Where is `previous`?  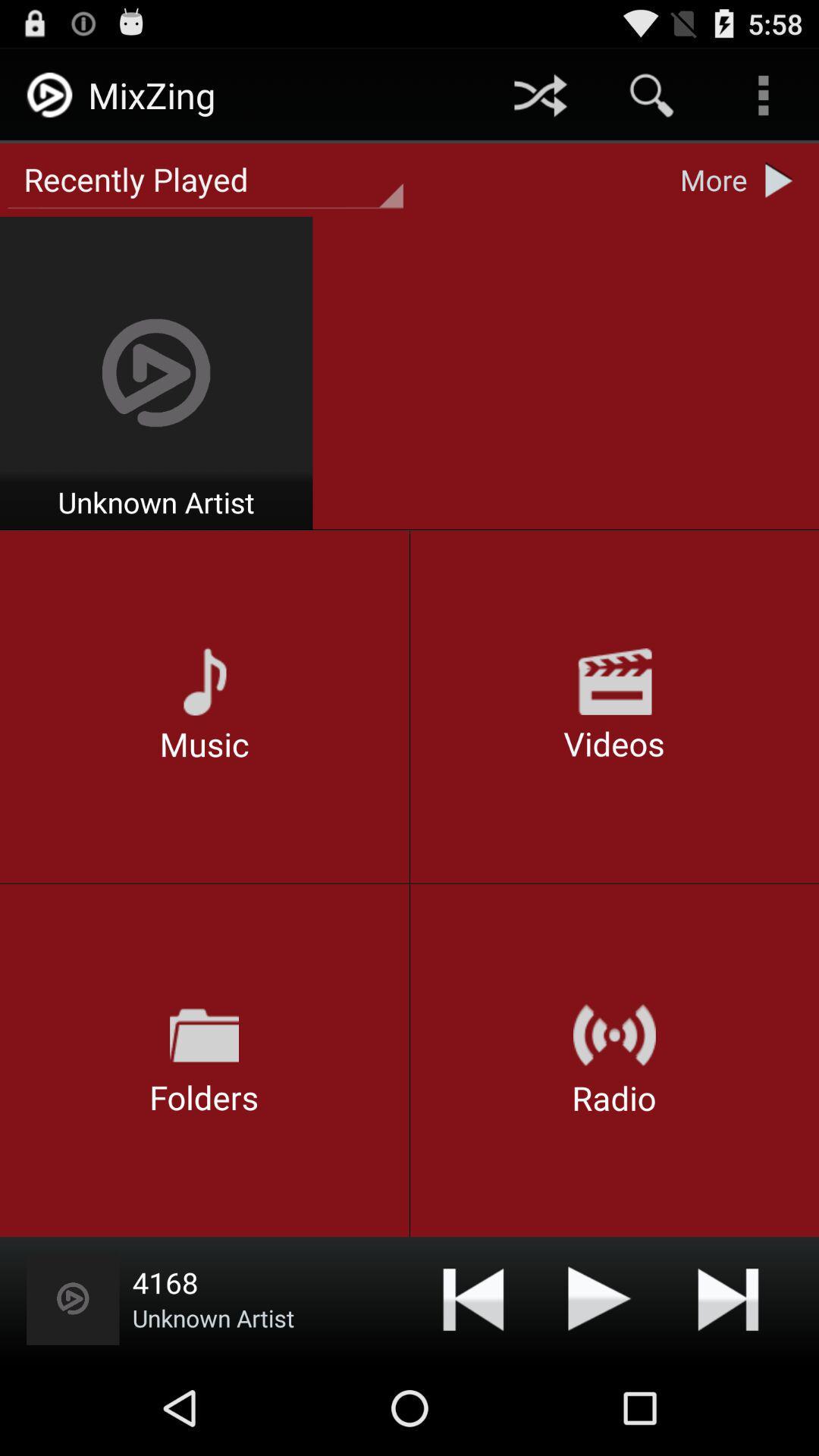
previous is located at coordinates (472, 1298).